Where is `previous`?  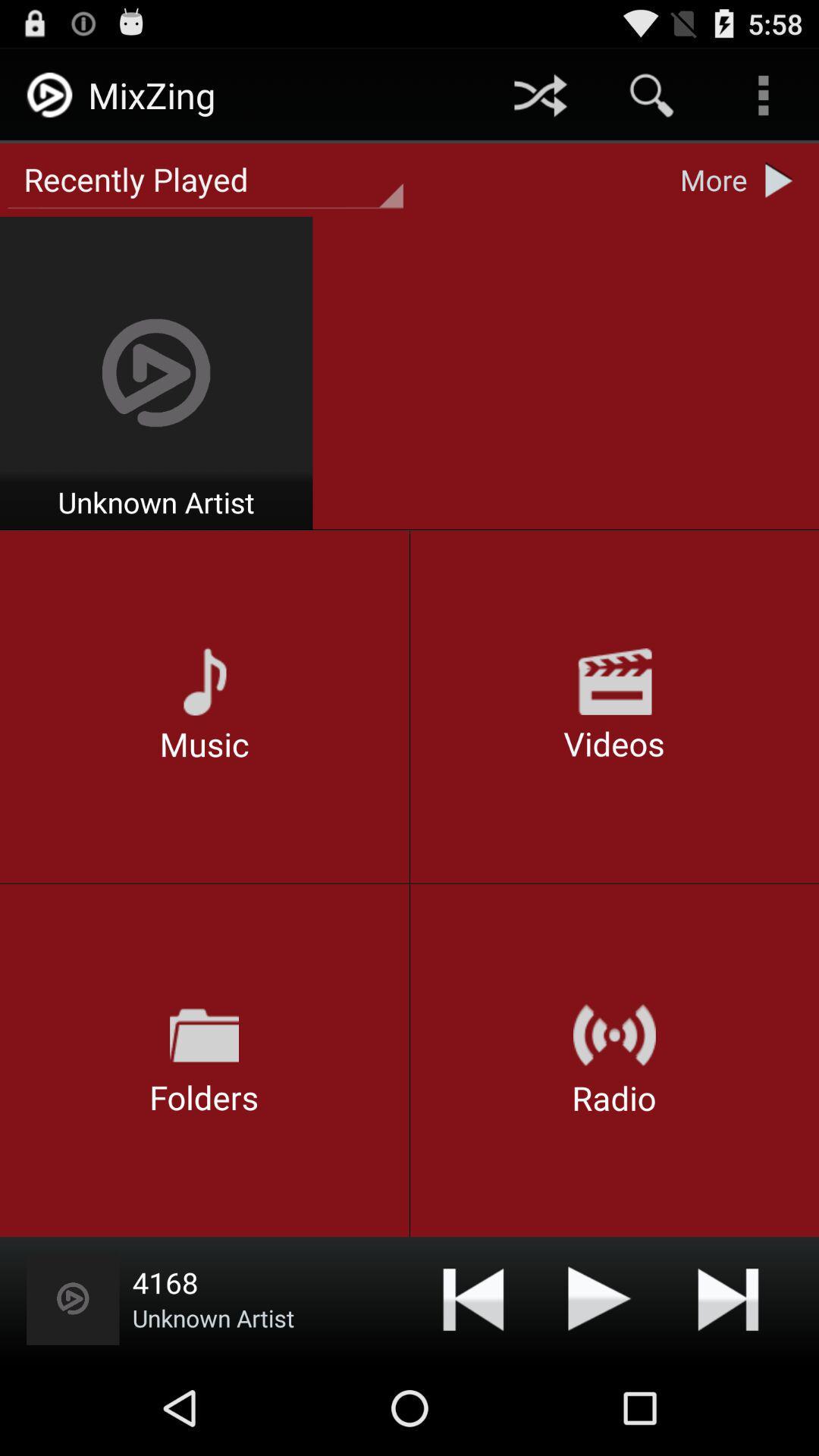
previous is located at coordinates (472, 1298).